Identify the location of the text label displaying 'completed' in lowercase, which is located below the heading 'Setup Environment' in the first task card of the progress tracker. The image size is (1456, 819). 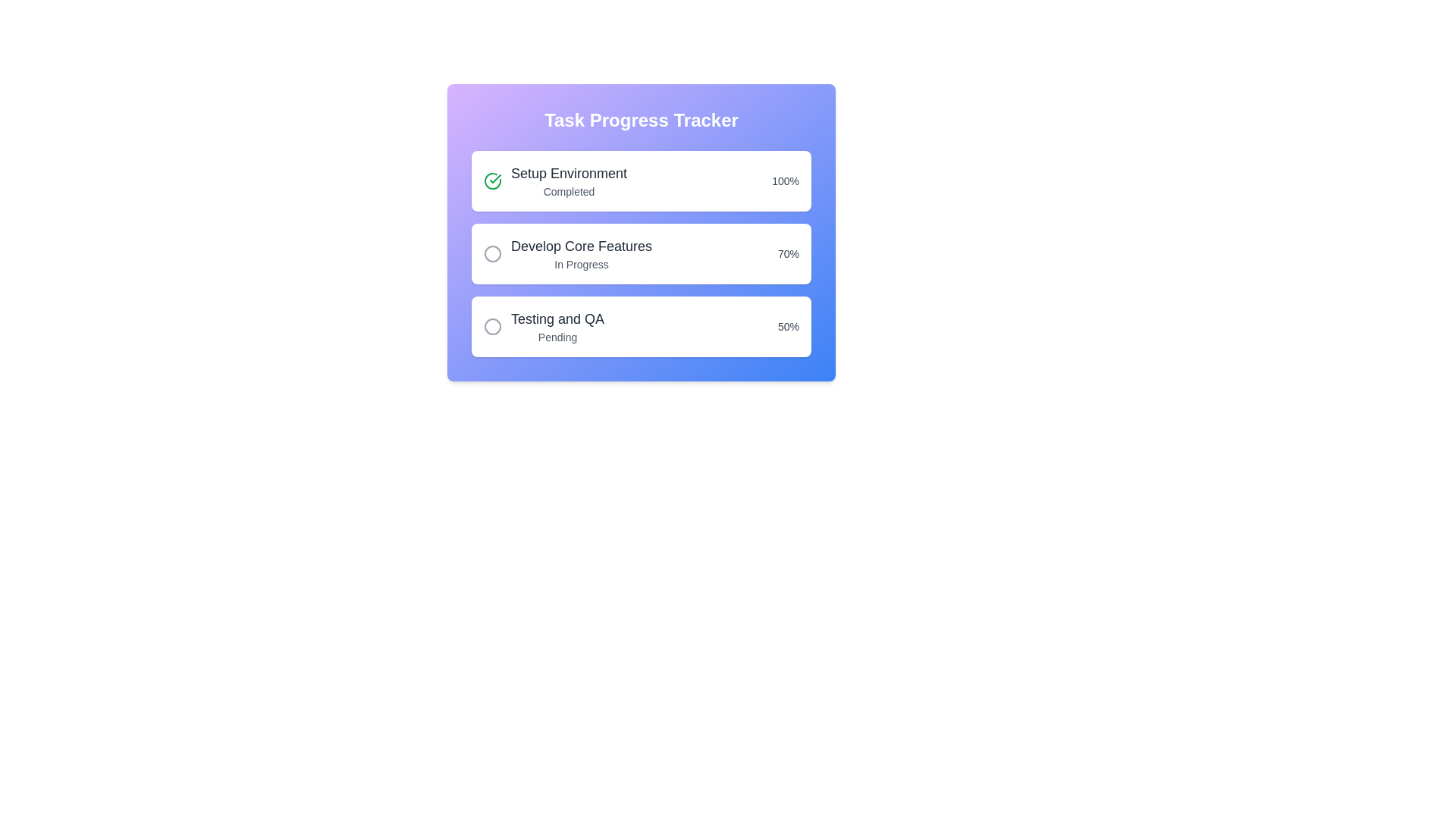
(568, 191).